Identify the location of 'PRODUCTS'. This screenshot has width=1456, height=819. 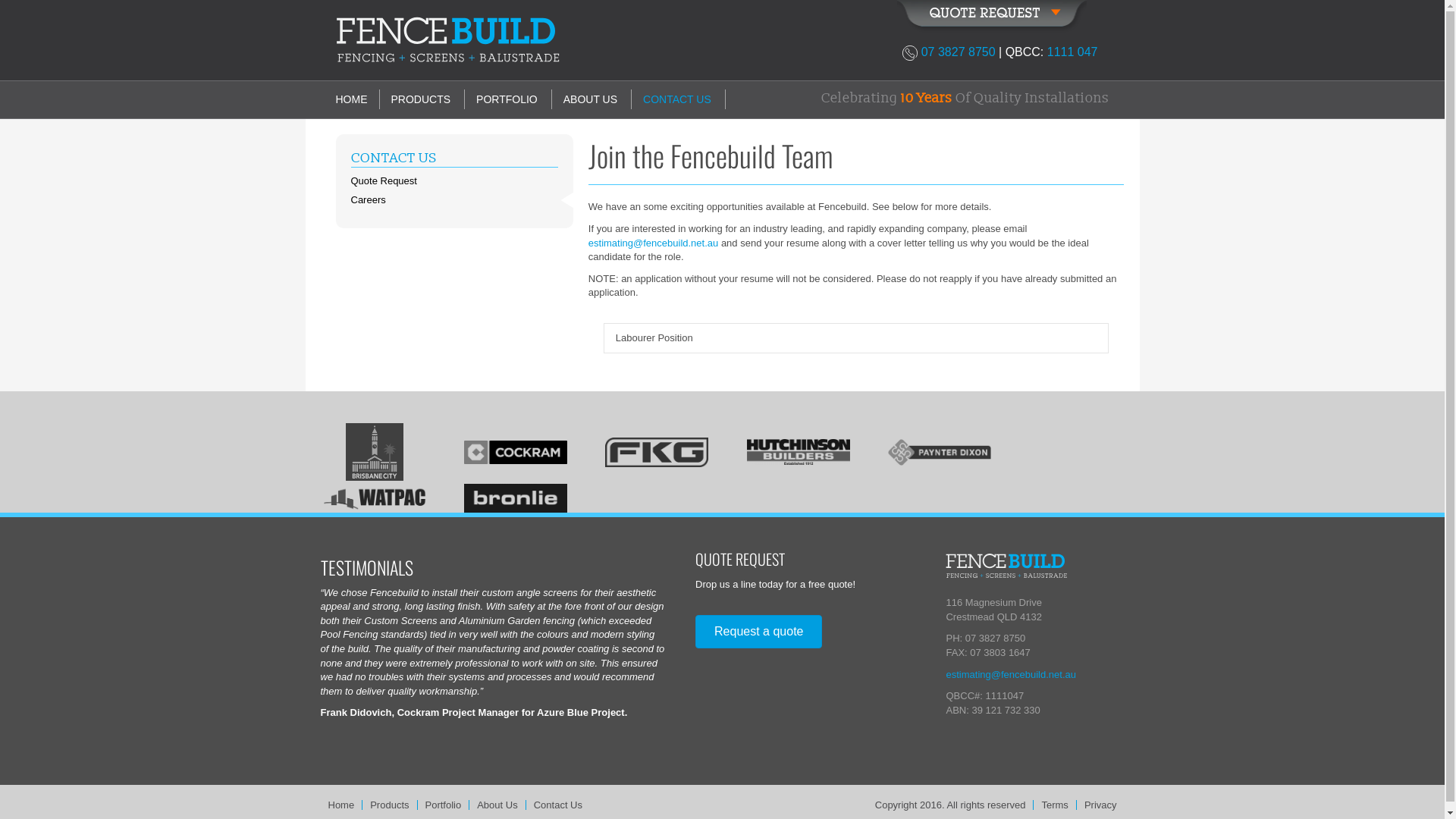
(420, 99).